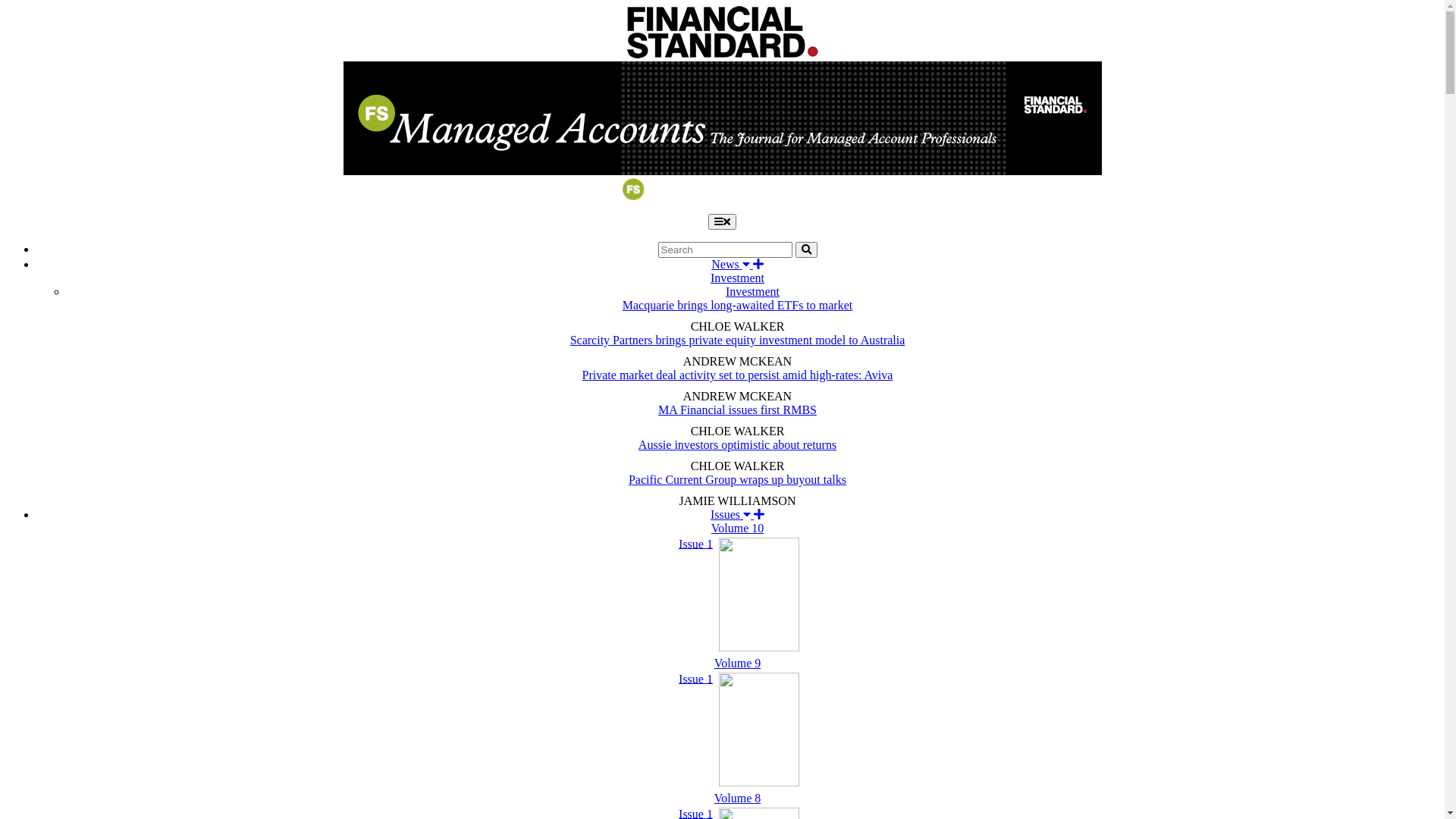 The width and height of the screenshot is (1456, 819). Describe the element at coordinates (737, 797) in the screenshot. I see `'Volume 8'` at that location.